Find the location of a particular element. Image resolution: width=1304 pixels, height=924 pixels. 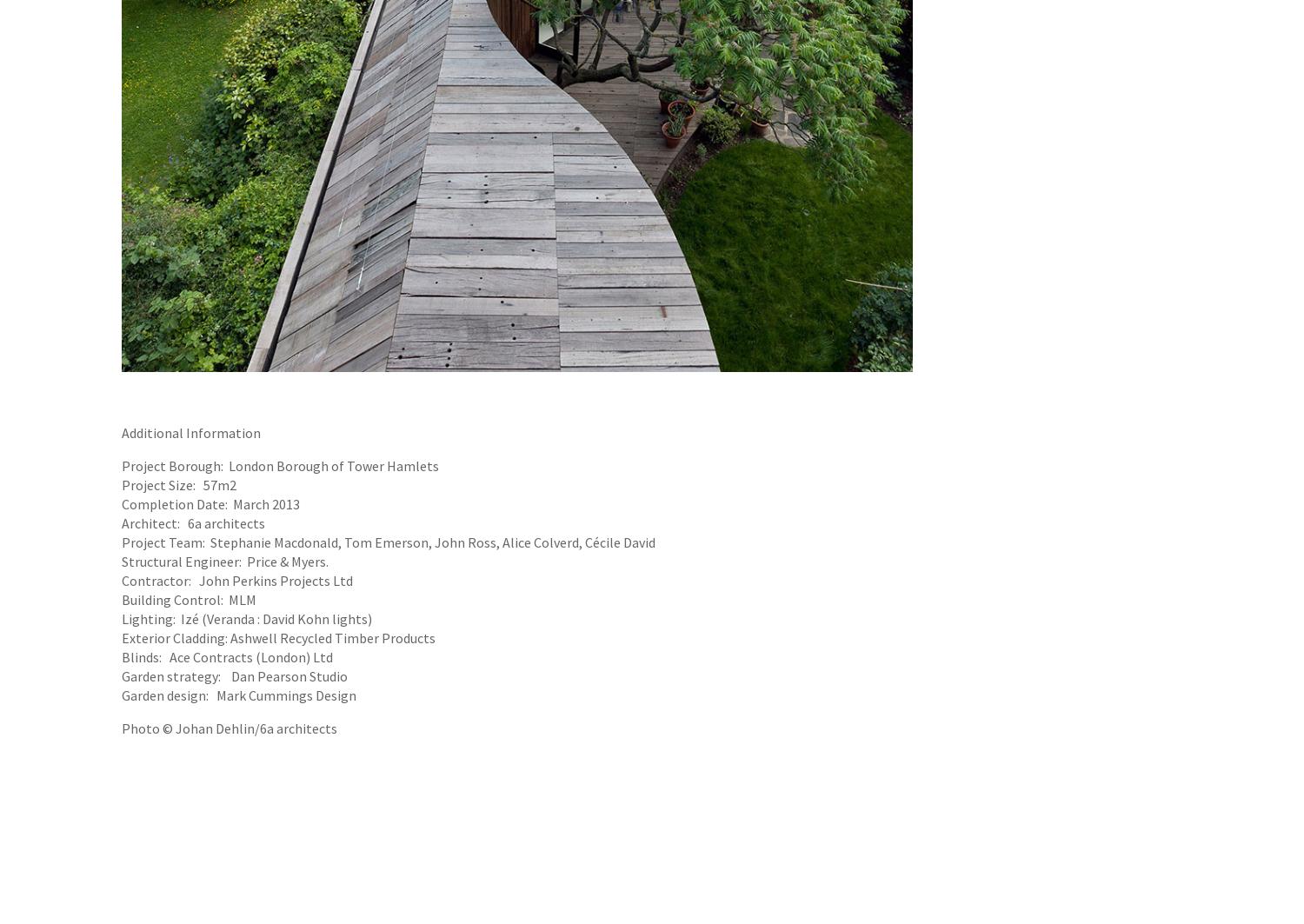

'Contractor:   John Perkins Projects Ltd' is located at coordinates (237, 579).